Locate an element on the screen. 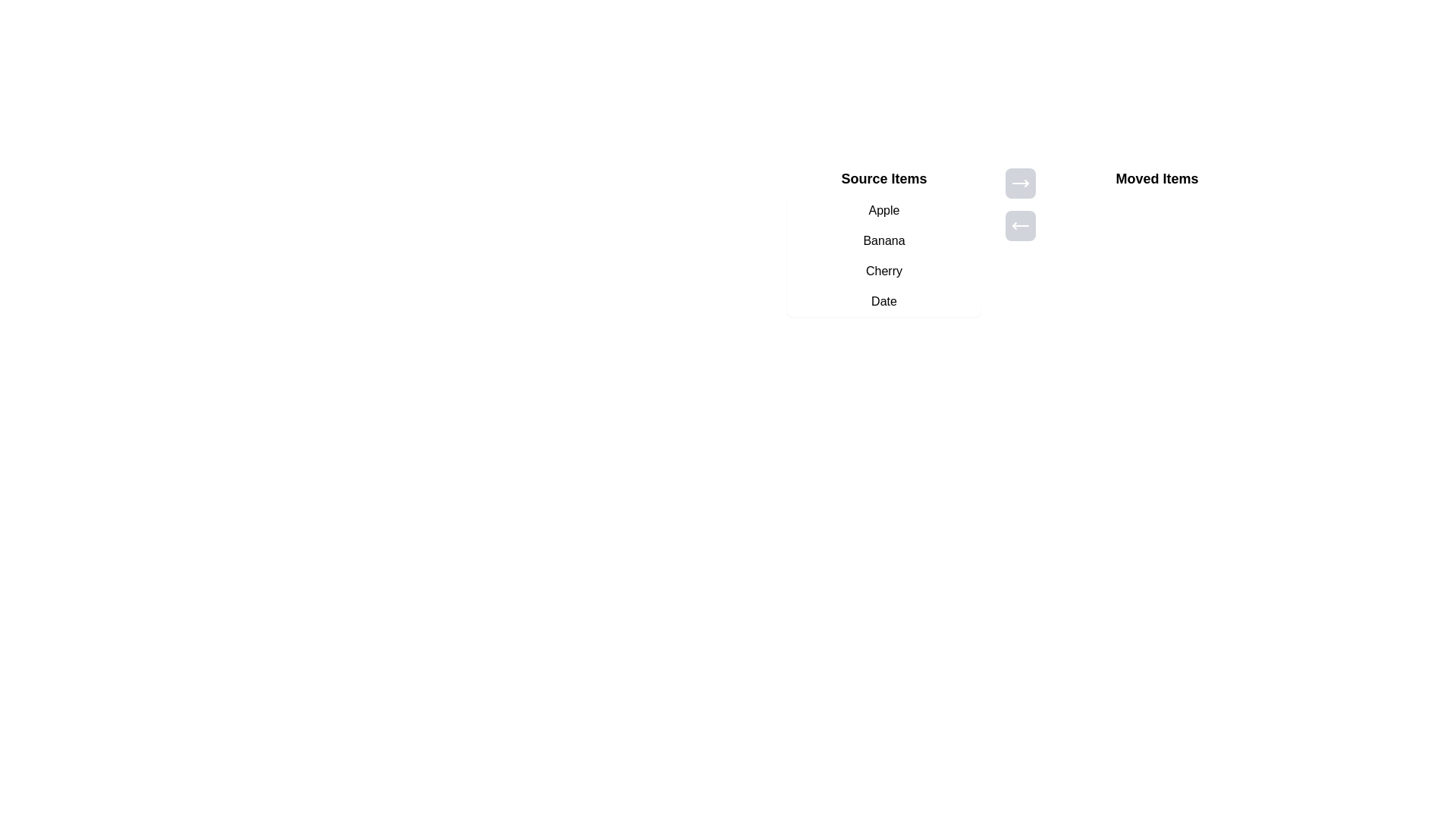  the light blue button with a white leftward arrow icon, the second button in a vertically stacked group is located at coordinates (1020, 225).